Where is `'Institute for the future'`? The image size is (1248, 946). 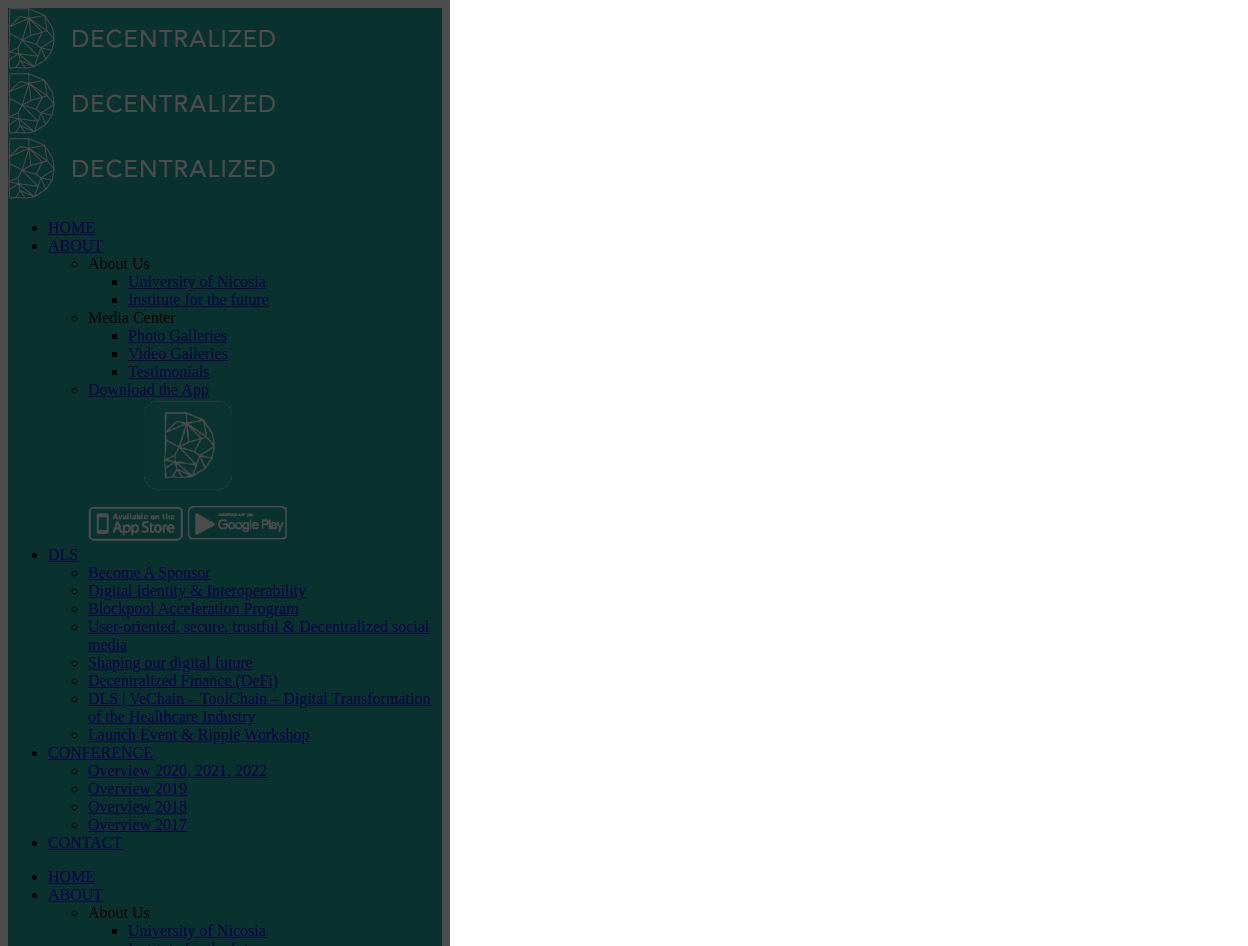 'Institute for the future' is located at coordinates (197, 298).